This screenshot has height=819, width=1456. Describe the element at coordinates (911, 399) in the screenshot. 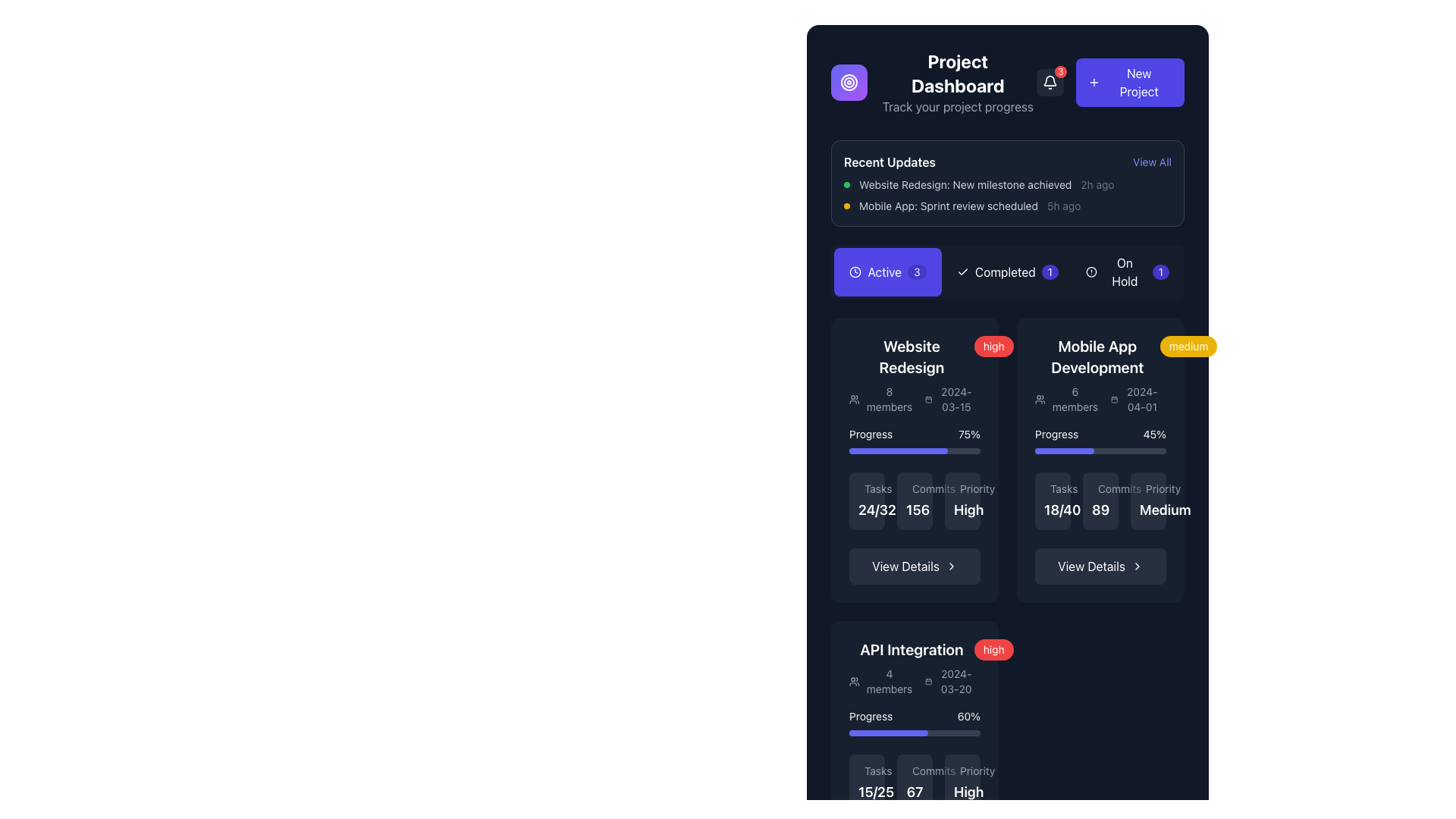

I see `the details of the text information display showing '8 members' and '2024-03-15' within the 'Website Redesign' project card` at that location.